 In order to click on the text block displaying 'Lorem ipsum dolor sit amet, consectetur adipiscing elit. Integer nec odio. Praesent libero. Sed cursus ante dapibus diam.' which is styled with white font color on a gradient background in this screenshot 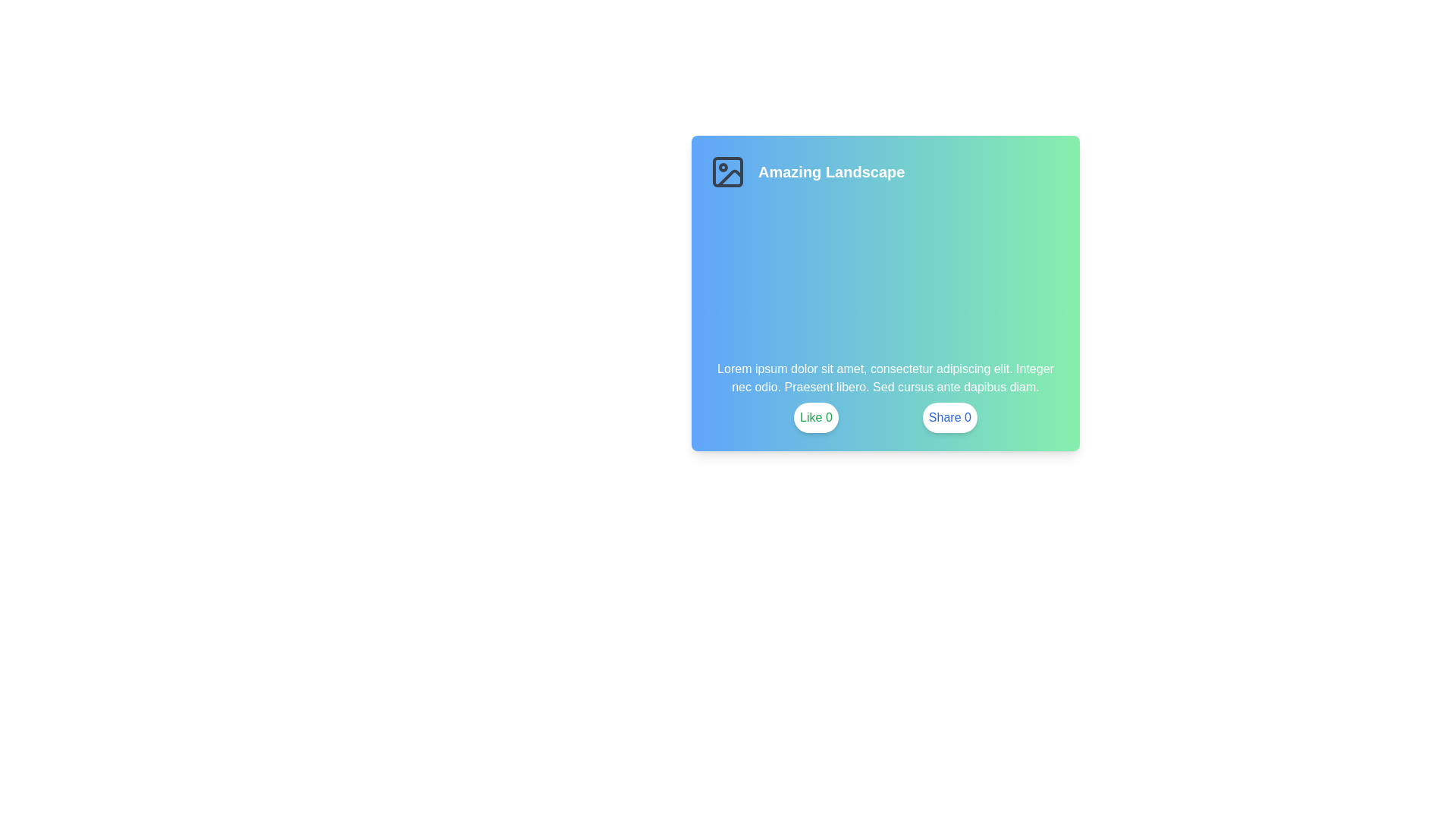, I will do `click(885, 377)`.